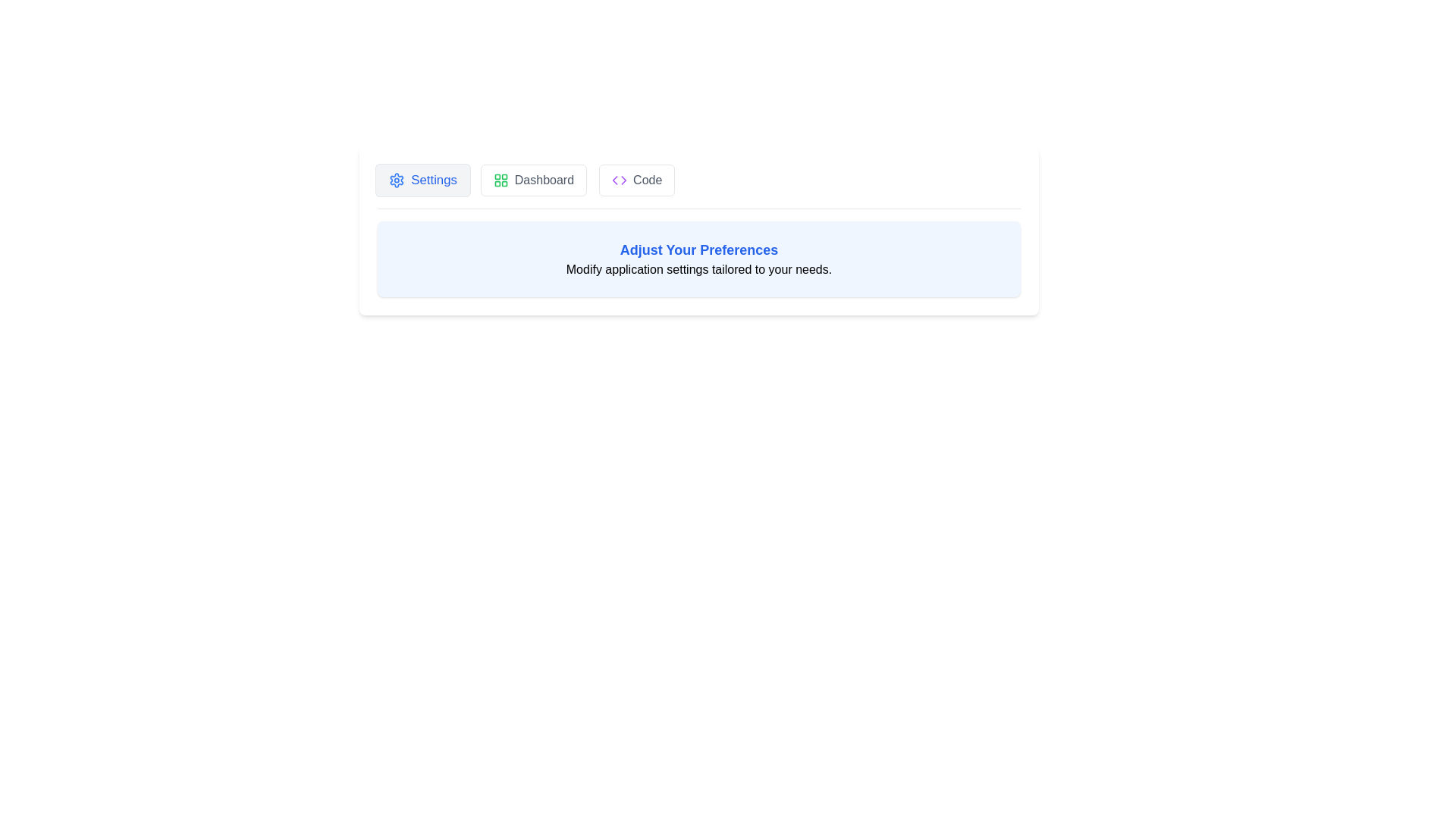 This screenshot has height=819, width=1456. I want to click on the Code tab by clicking its corresponding button, so click(637, 180).